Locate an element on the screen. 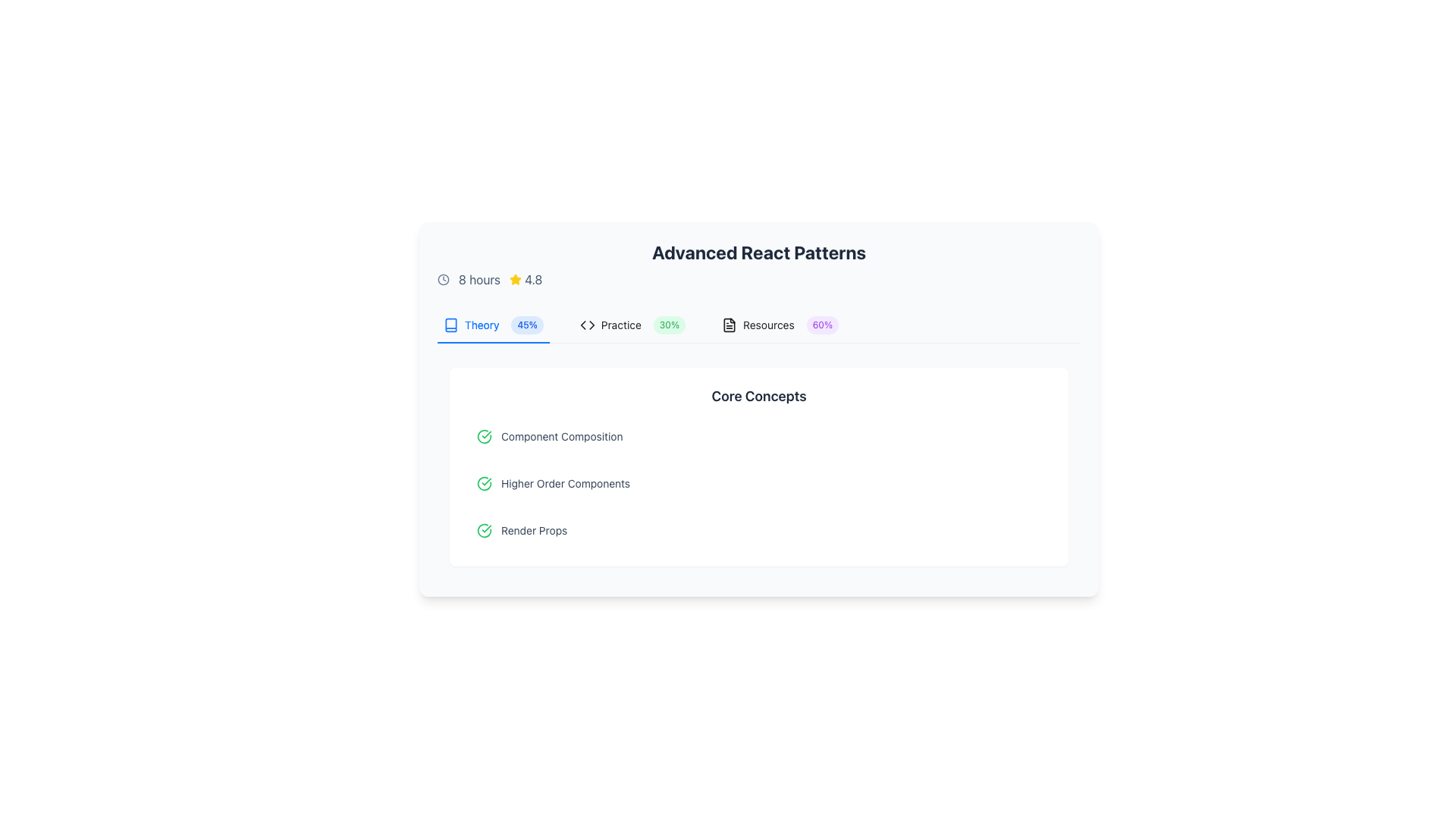 This screenshot has height=819, width=1456. the 'Resources' icon, which is part of a segmented line of categories including 'Theory', 'Practice', and 'Resources', located to the left of the text label 'Resources' and the completion percentage '60%.' is located at coordinates (730, 324).